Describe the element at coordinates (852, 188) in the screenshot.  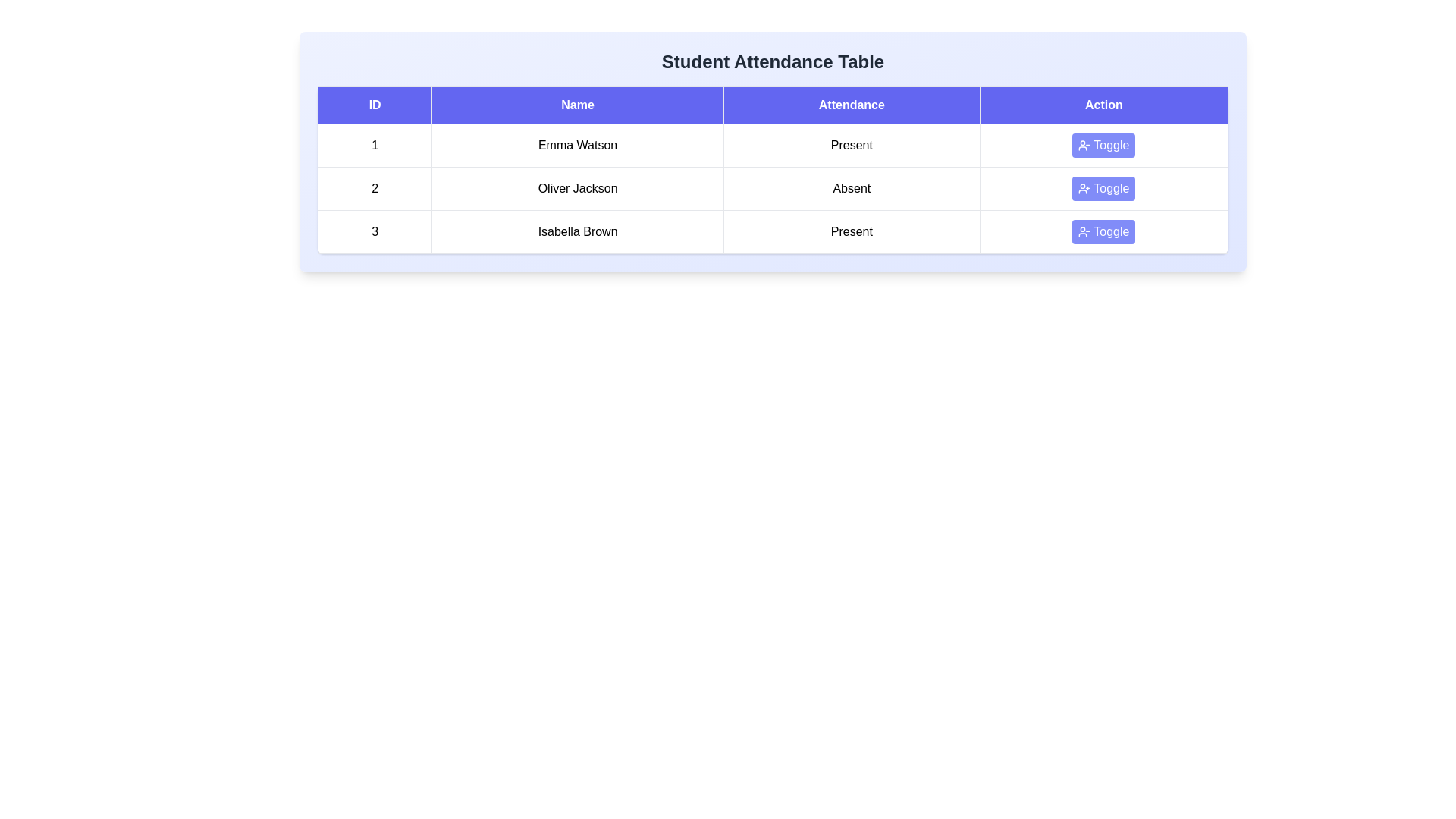
I see `text from the bold black text label that says 'Absent', located in the third column of the attendance table for Oliver Jackson` at that location.